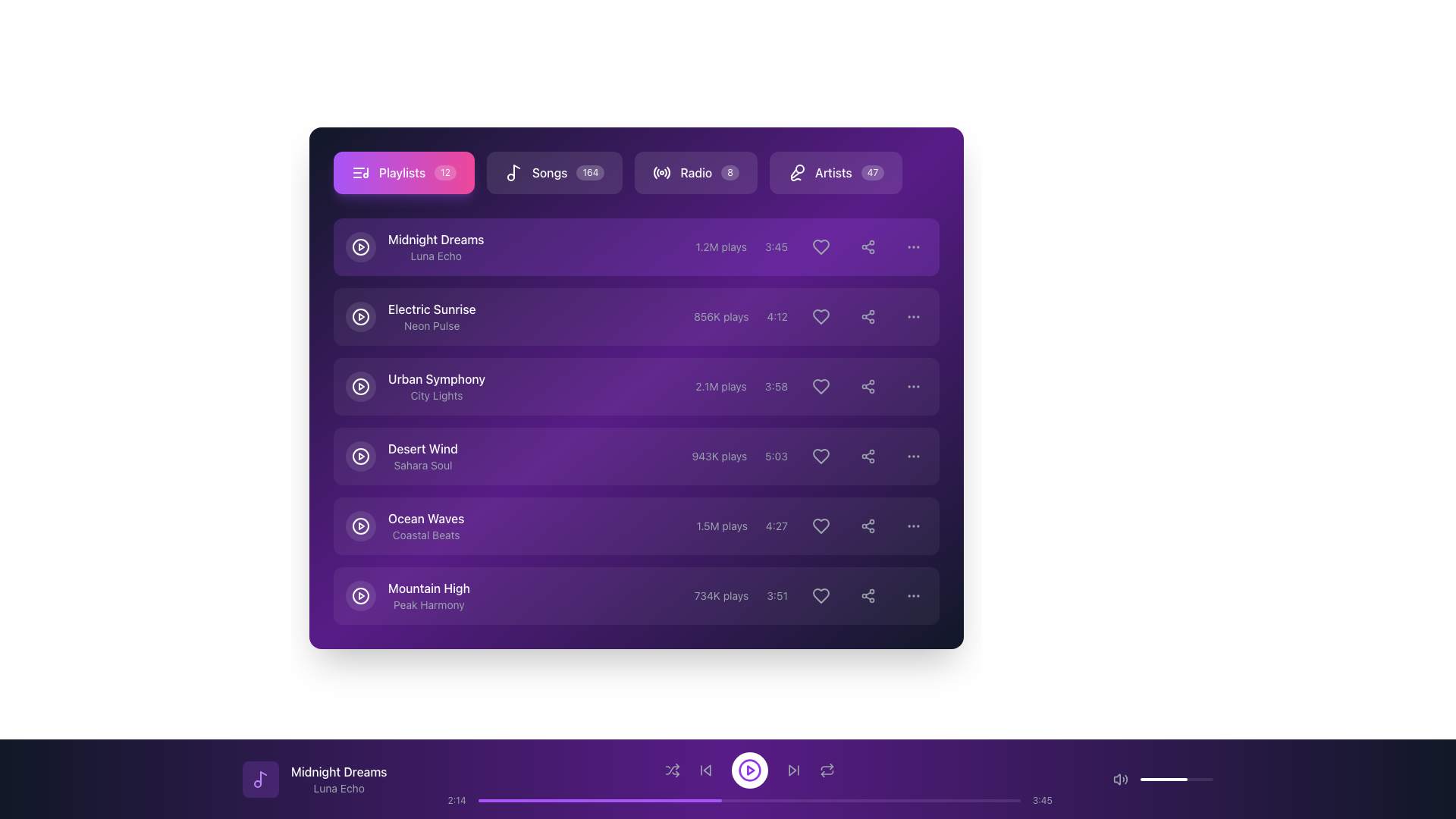 This screenshot has height=819, width=1456. Describe the element at coordinates (811, 526) in the screenshot. I see `the heart icon button located in the row labeled 'Ocean Waves - Coastal Beats'` at that location.